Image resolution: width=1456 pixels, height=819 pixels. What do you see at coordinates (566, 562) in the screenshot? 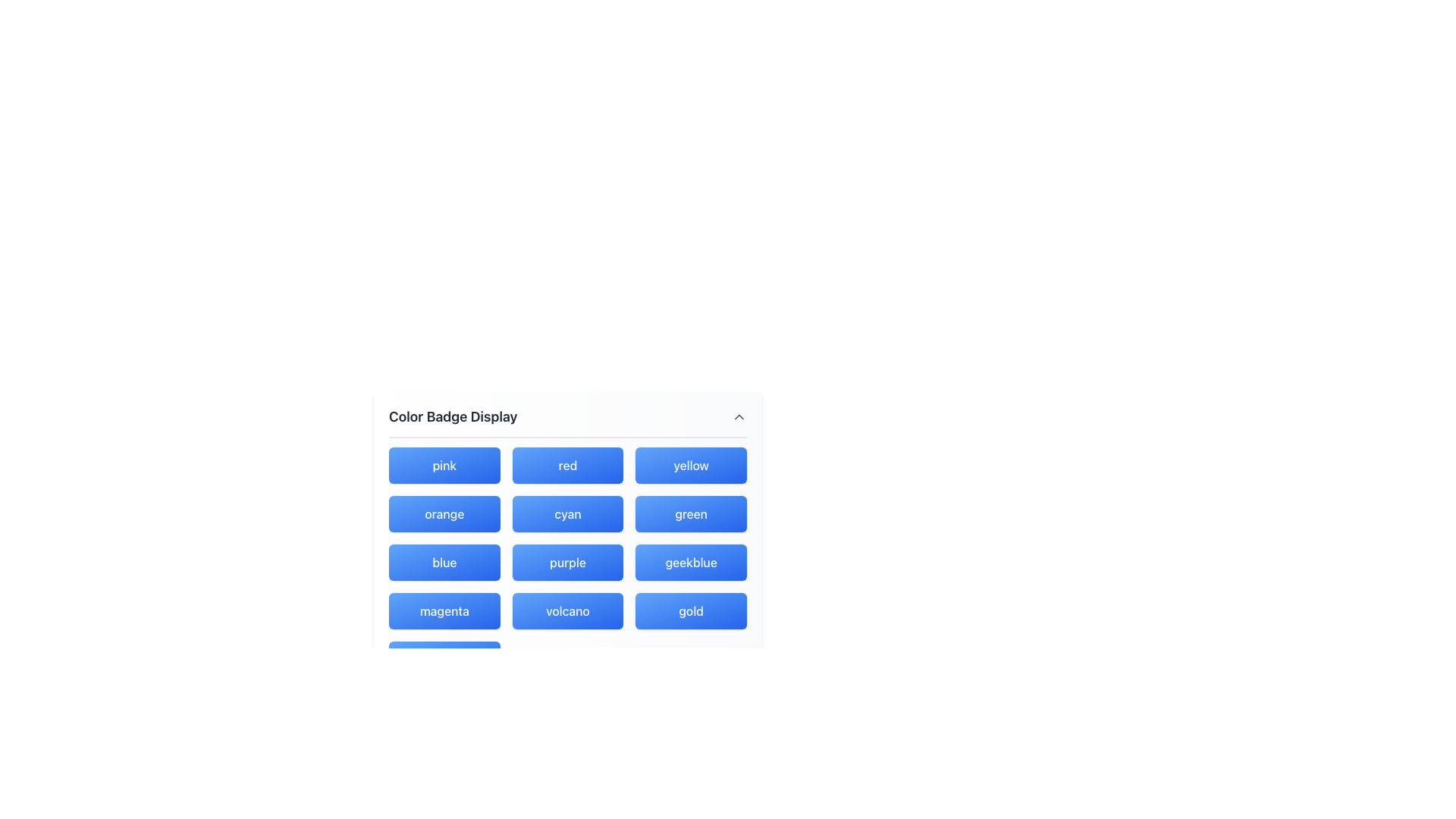
I see `the second badge in the fourth row of the Color Badge Display, which is centrally positioned in its row` at bounding box center [566, 562].